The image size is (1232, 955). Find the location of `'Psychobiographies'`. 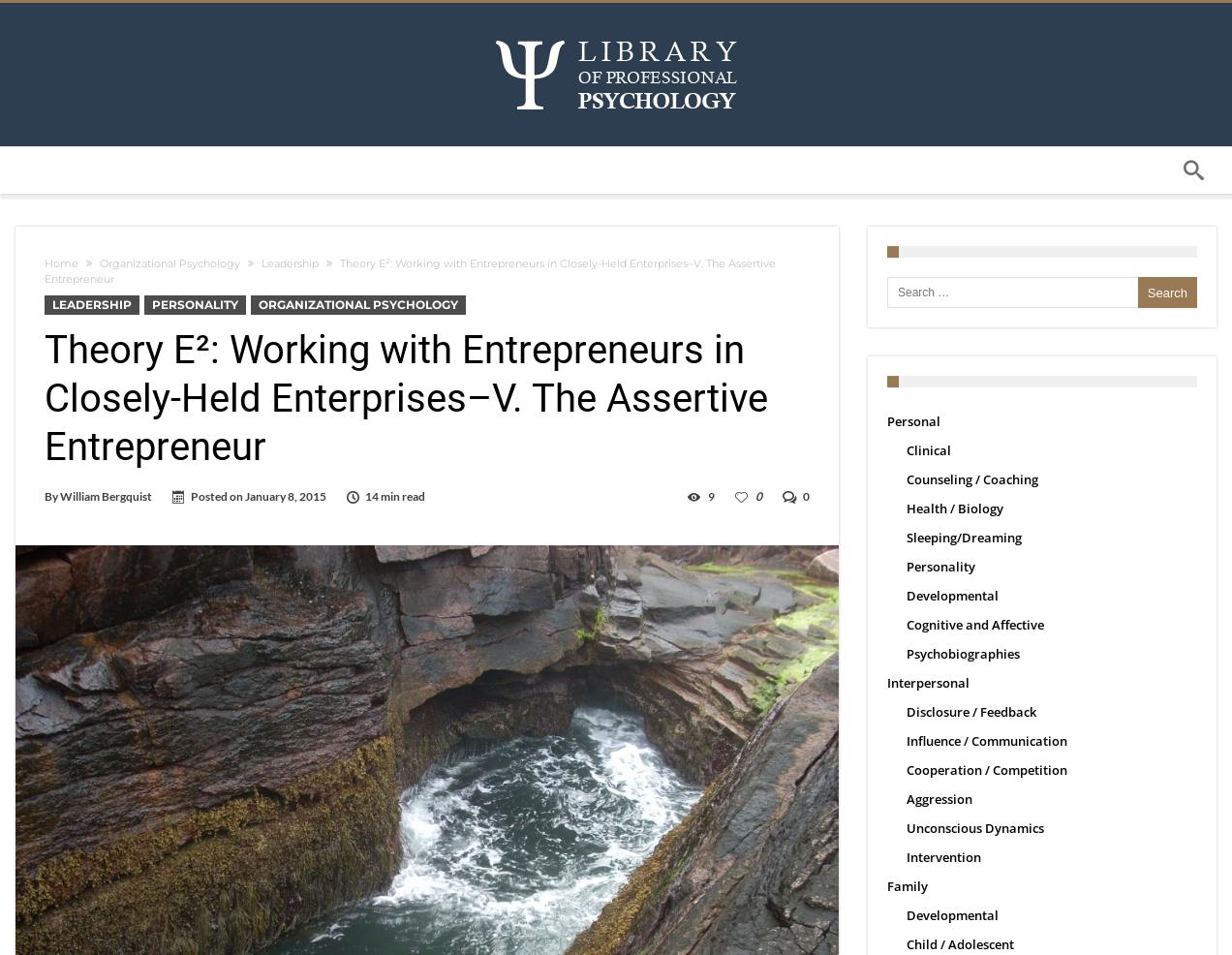

'Psychobiographies' is located at coordinates (962, 653).